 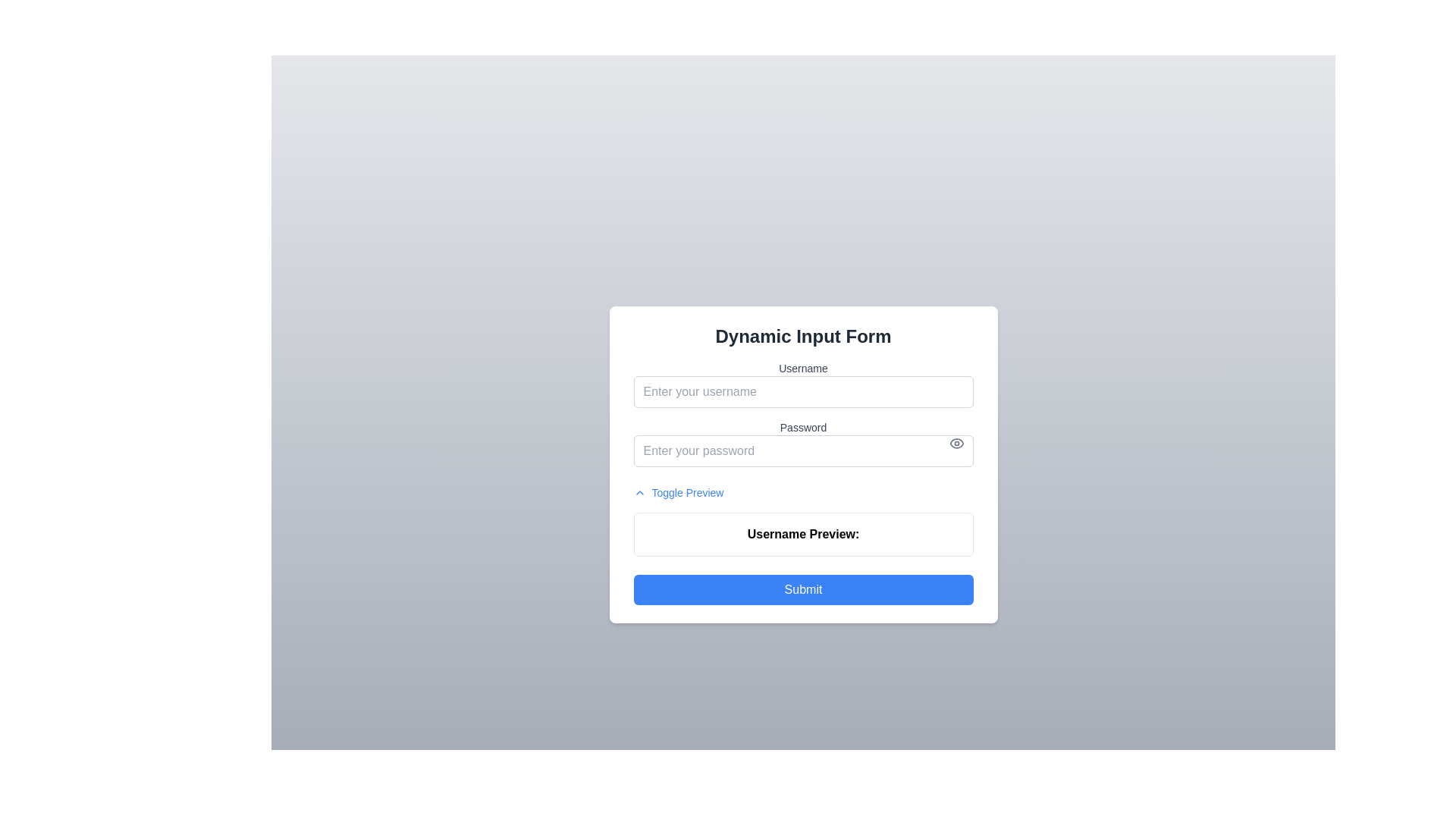 What do you see at coordinates (802, 335) in the screenshot?
I see `the bold, large-sized heading text reading 'Dynamic Input Form' located at the top of the white form card` at bounding box center [802, 335].